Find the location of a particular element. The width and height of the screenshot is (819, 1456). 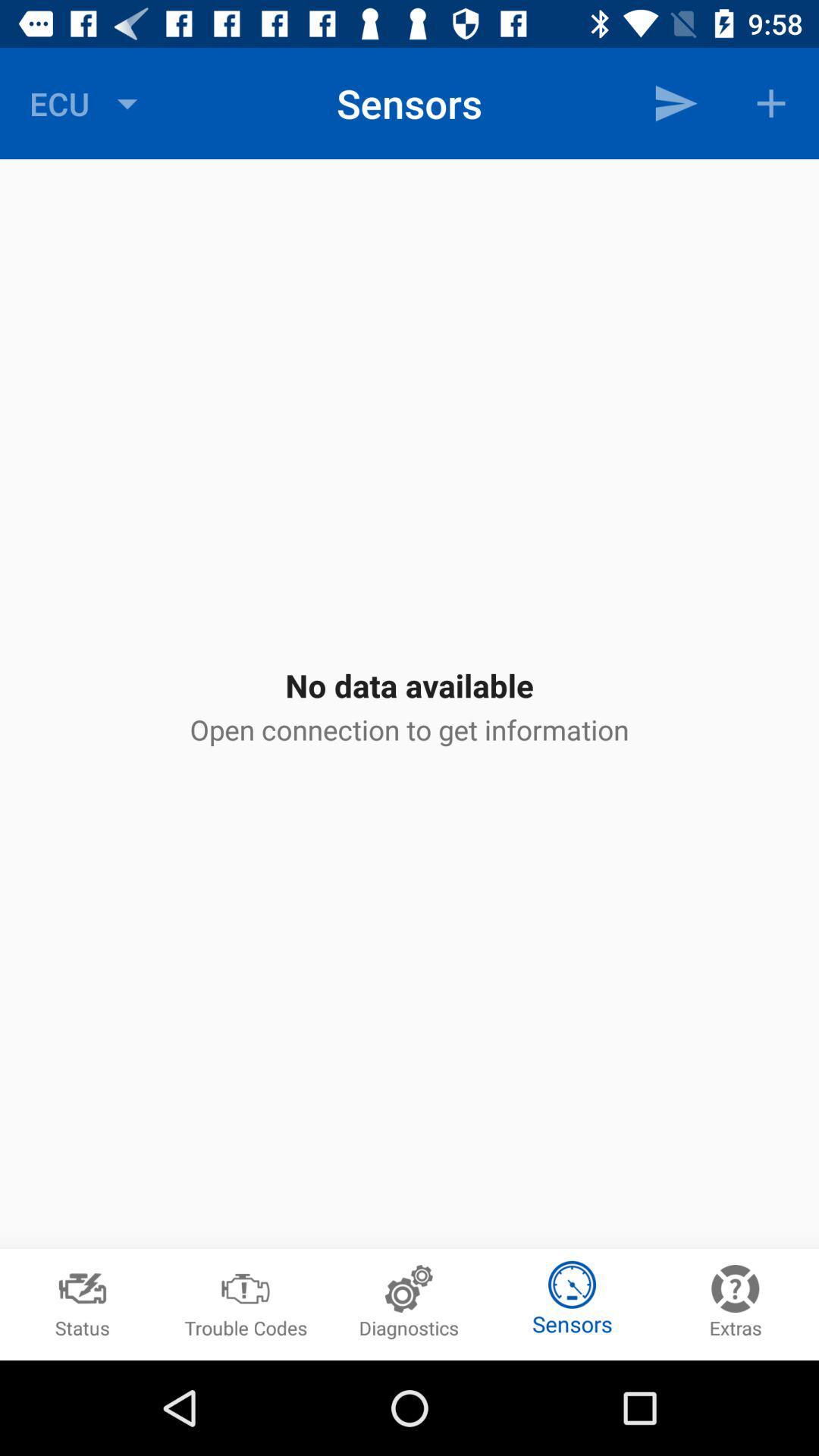

ecu icon is located at coordinates (87, 102).